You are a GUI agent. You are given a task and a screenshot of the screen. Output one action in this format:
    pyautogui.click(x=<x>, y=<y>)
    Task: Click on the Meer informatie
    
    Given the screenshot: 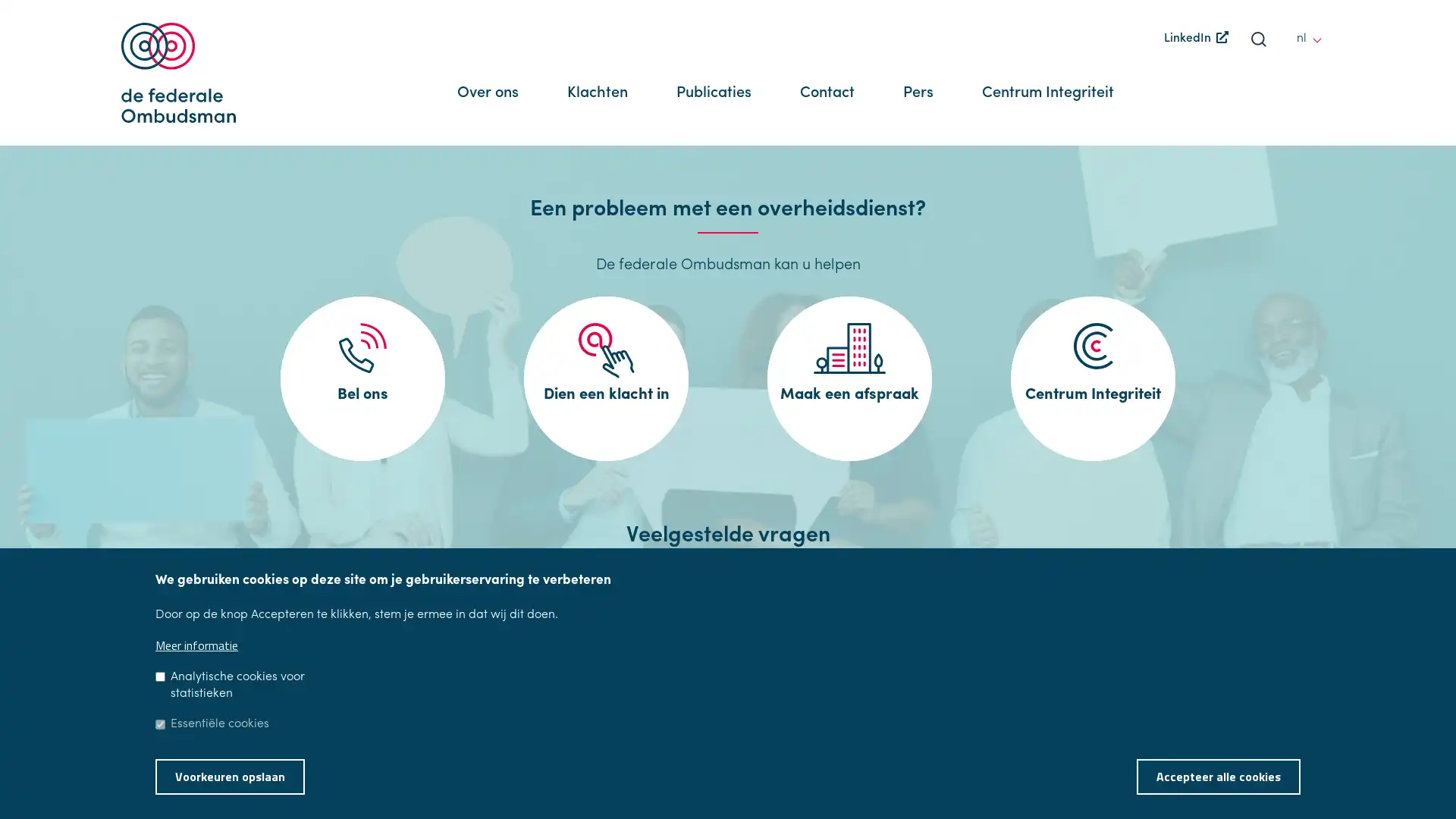 What is the action you would take?
    pyautogui.click(x=196, y=645)
    